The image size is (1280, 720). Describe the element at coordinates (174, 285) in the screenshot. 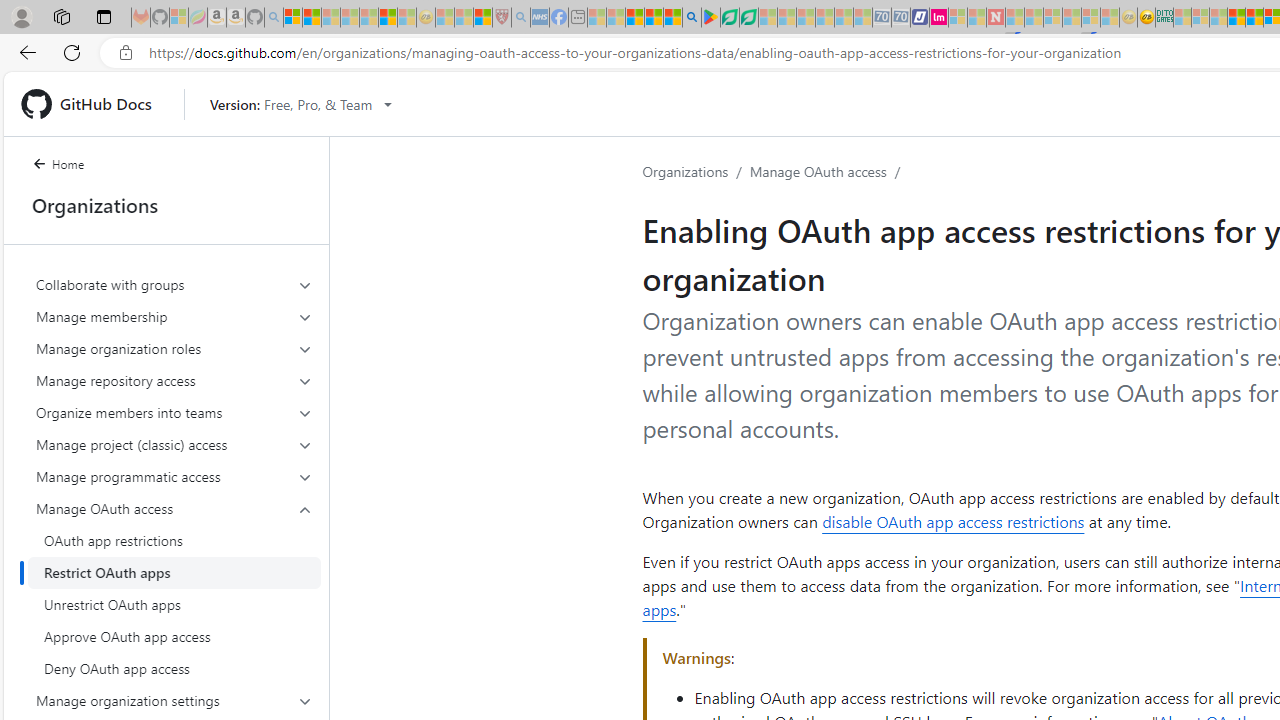

I see `'Collaborate with groups'` at that location.